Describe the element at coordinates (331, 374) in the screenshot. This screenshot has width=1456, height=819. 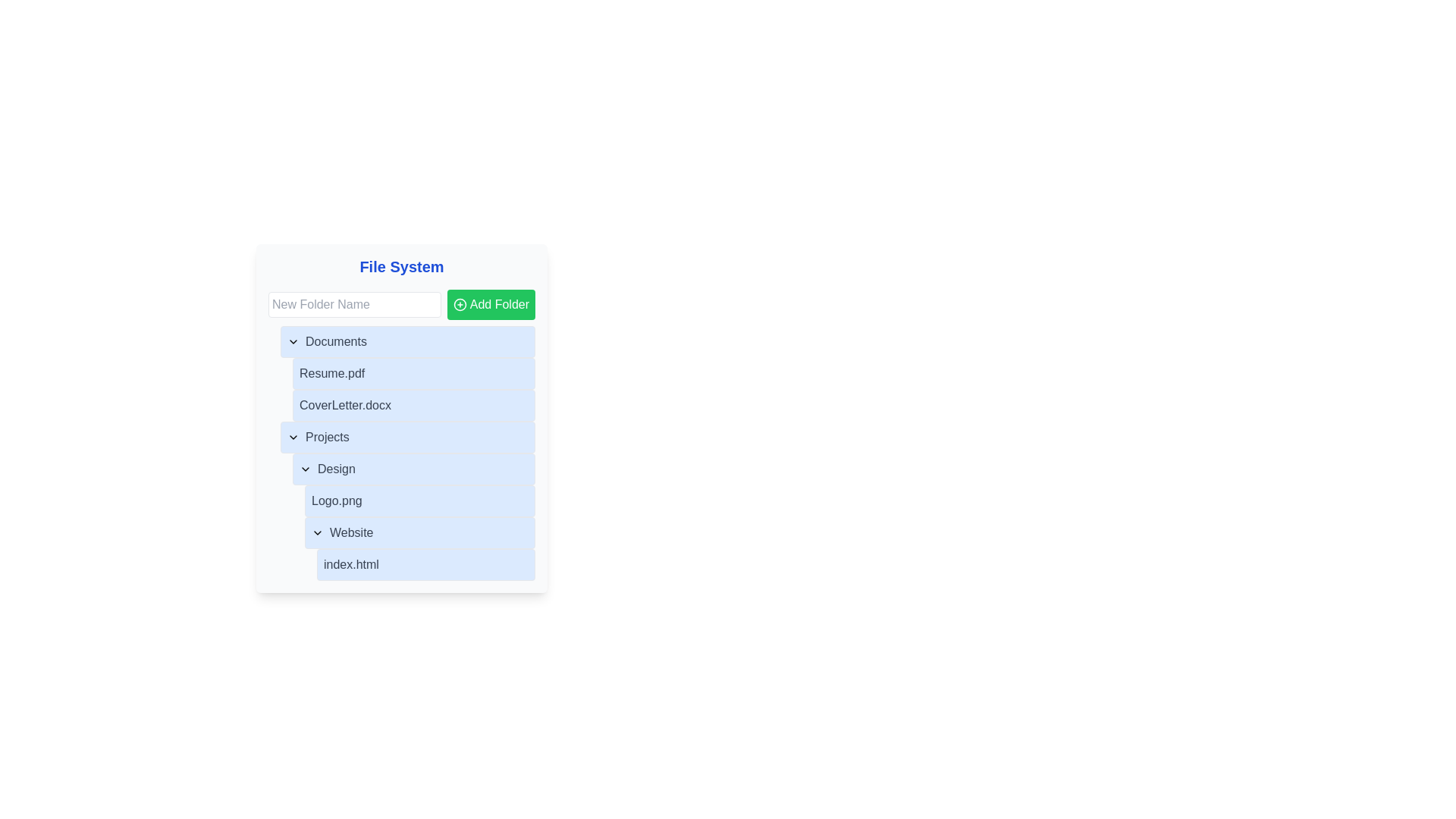
I see `the 'Resume.pdf' text label` at that location.